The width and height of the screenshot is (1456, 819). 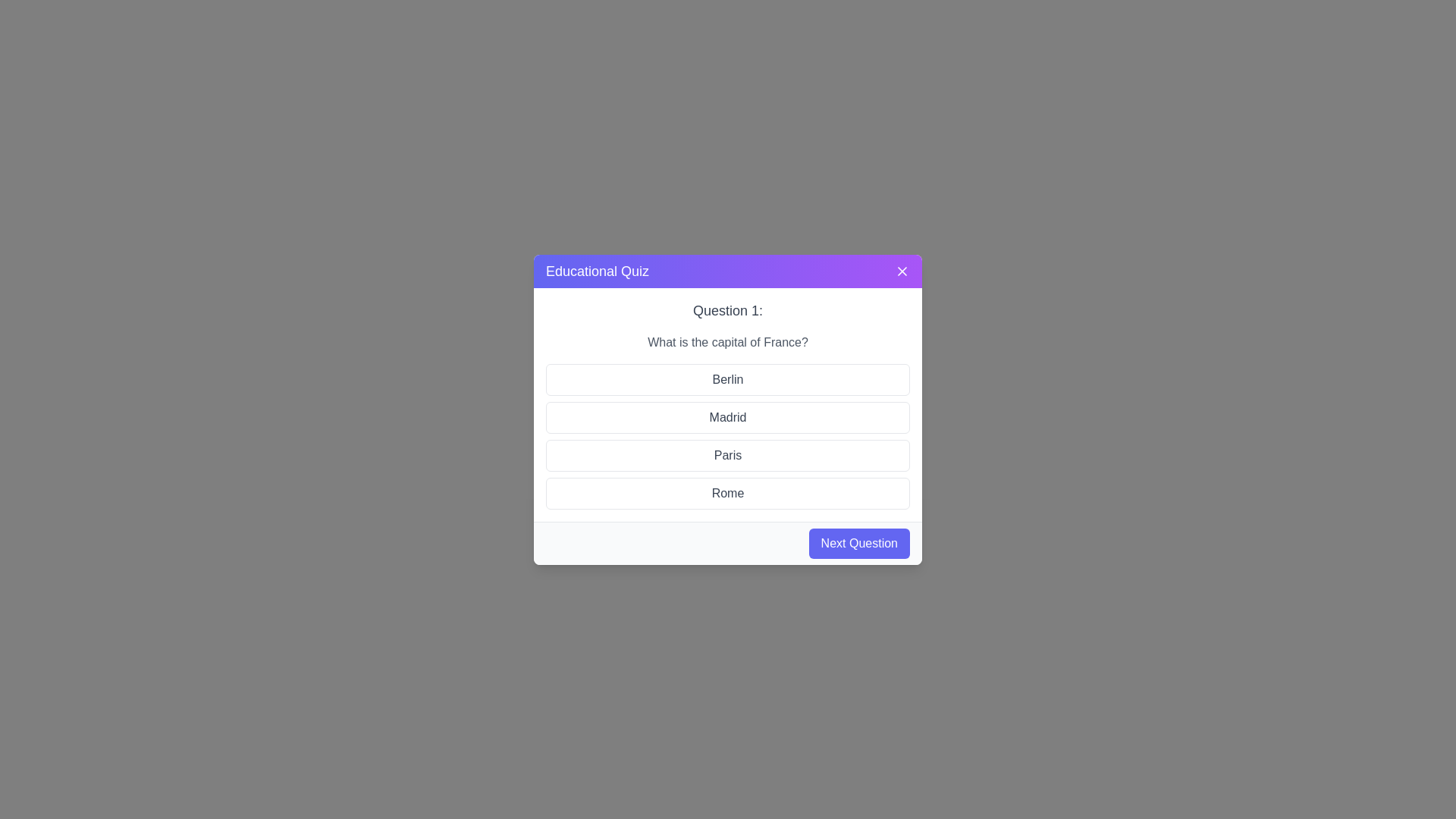 I want to click on the button located at the bottom-right corner of the modal dialog box to proceed to the next question in the quiz interface, so click(x=859, y=542).